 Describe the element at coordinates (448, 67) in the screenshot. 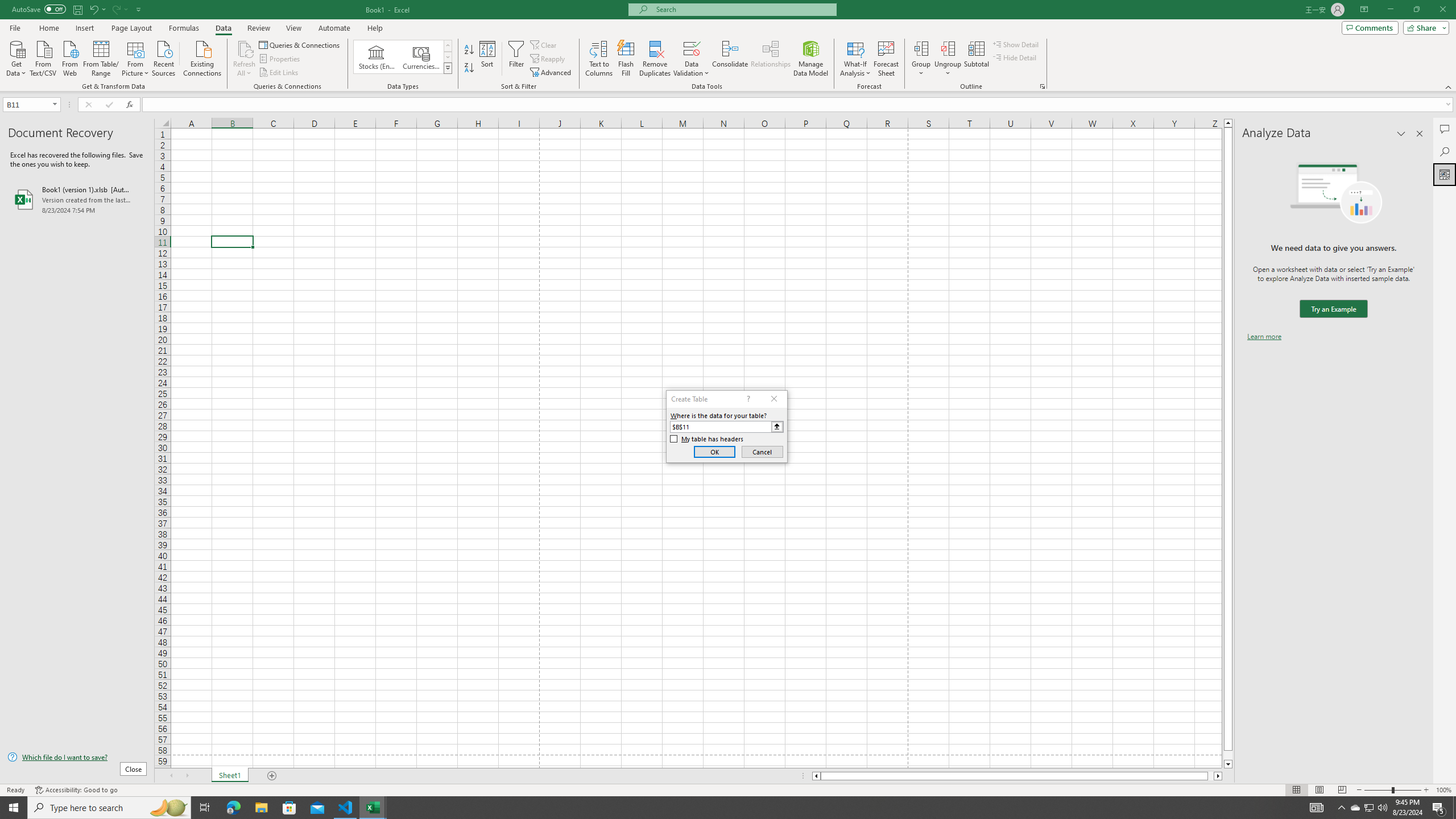

I see `'Data Types'` at that location.